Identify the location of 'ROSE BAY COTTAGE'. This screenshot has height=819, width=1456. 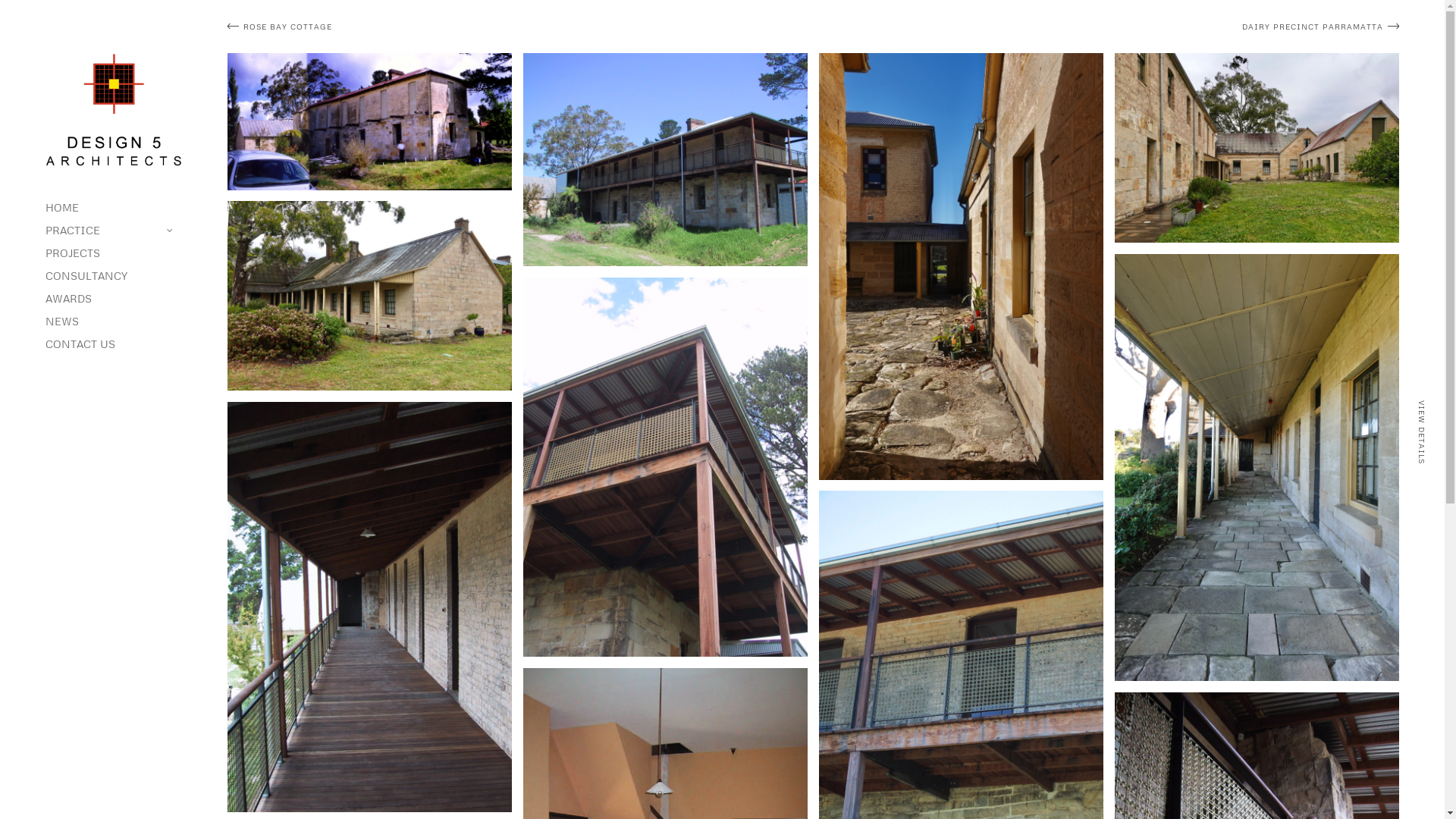
(516, 27).